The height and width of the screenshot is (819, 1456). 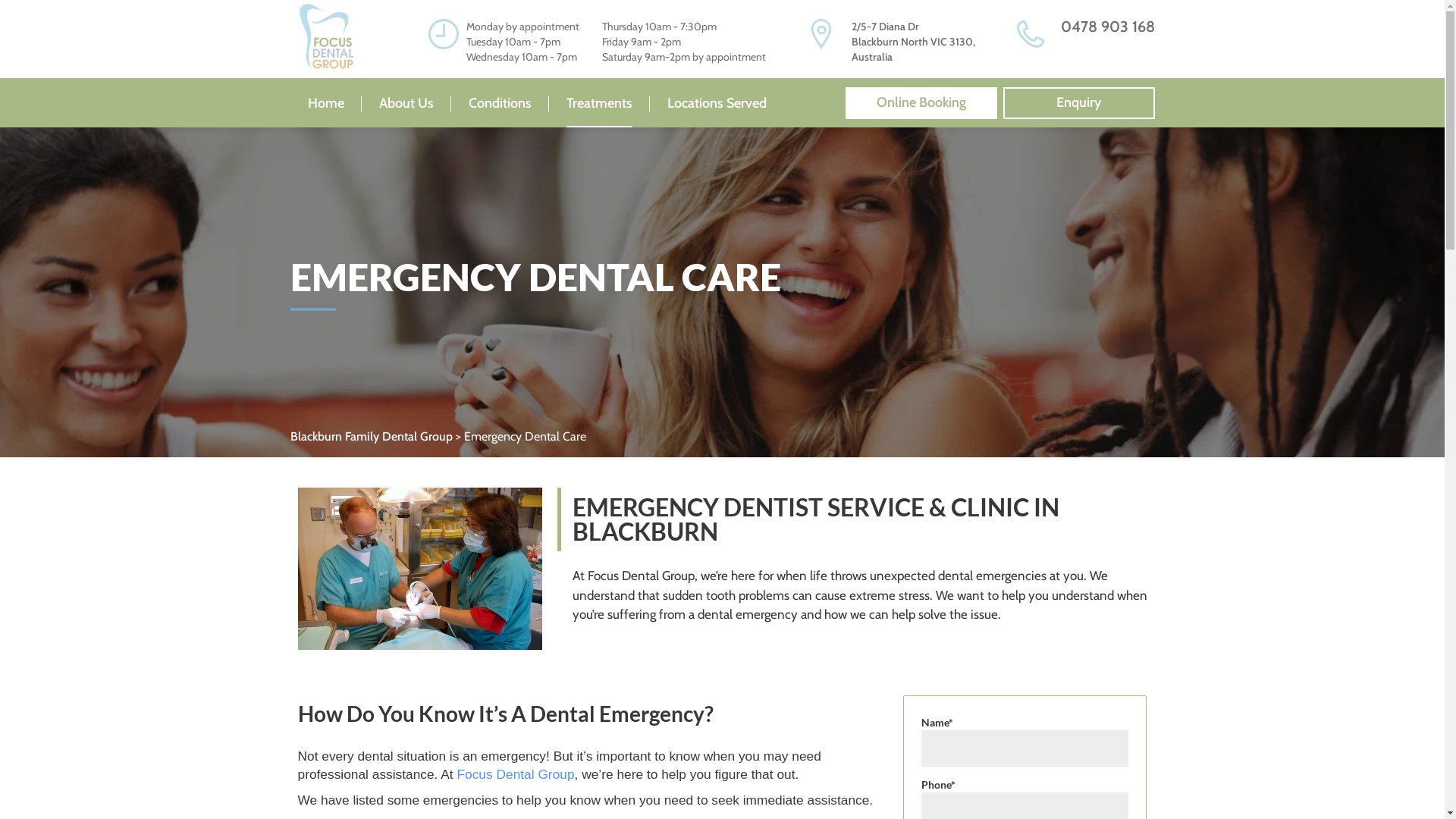 What do you see at coordinates (716, 102) in the screenshot?
I see `'Locations Served'` at bounding box center [716, 102].